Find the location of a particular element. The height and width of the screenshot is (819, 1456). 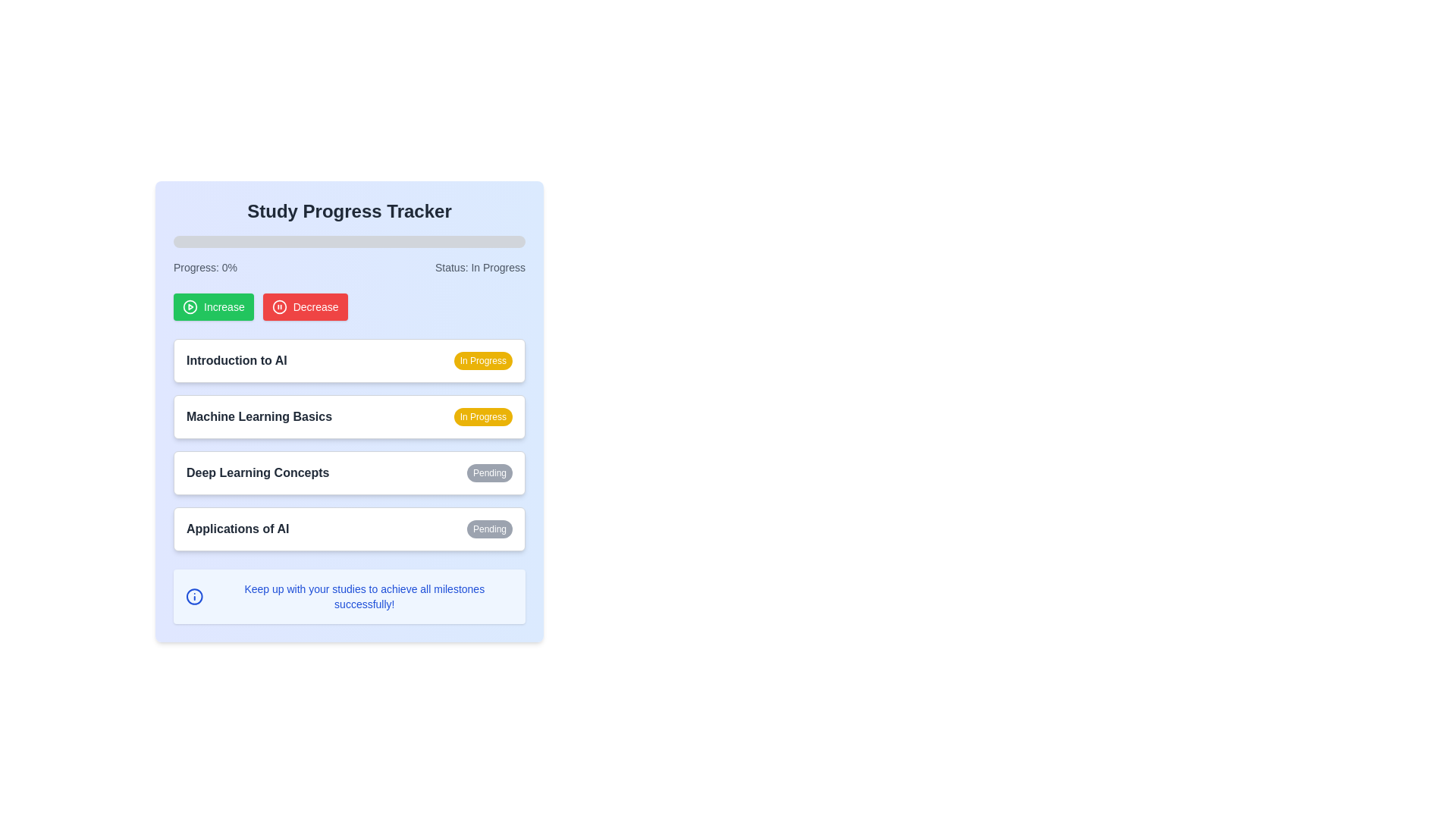

the rounded-pill shaped label with a gray background and white text displaying 'Pending', located on the right side of the 'Deep Learning Concepts' section is located at coordinates (489, 472).